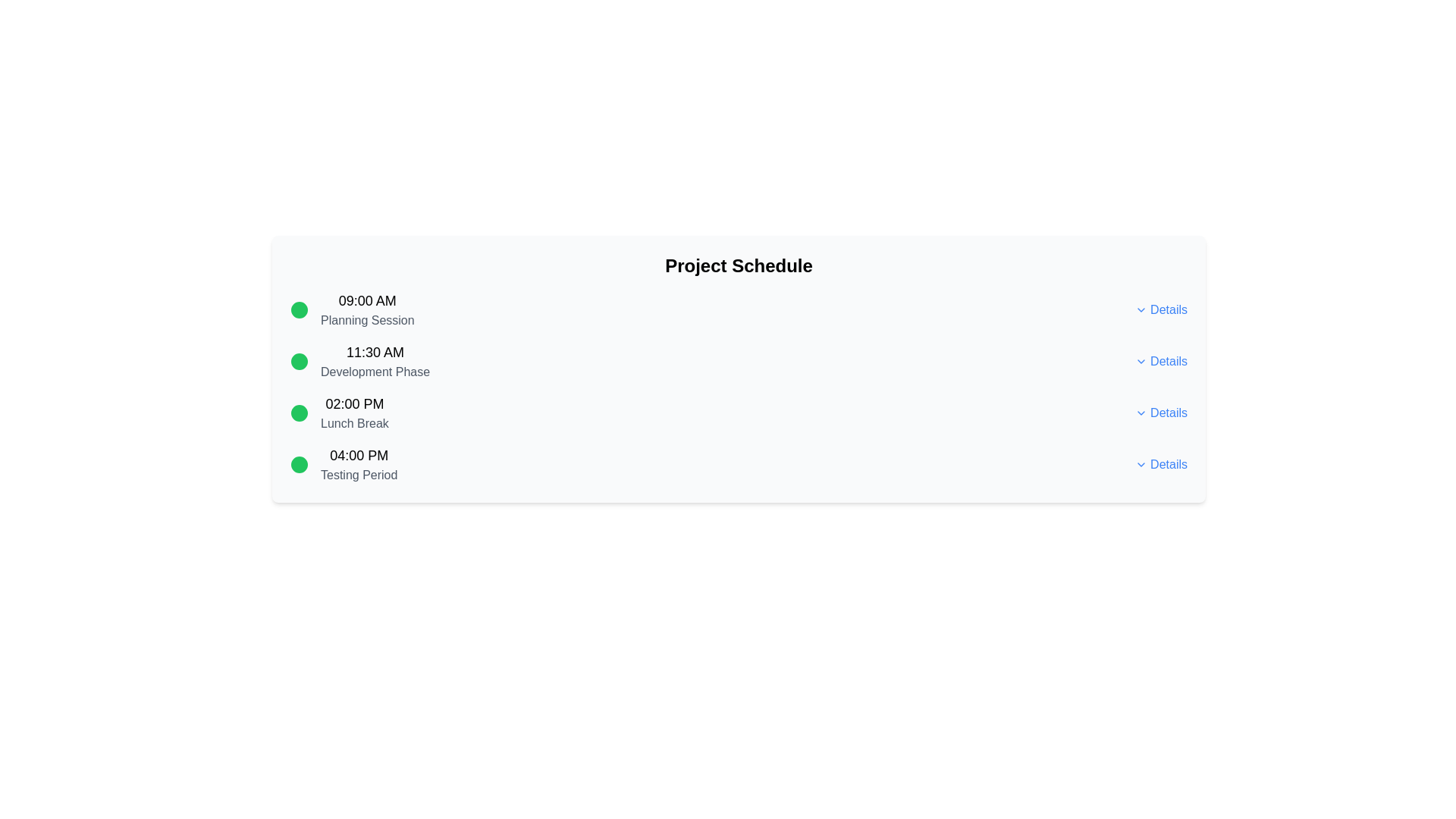  I want to click on the circular SVG element that represents '11:30 AM Development Phase', so click(299, 362).